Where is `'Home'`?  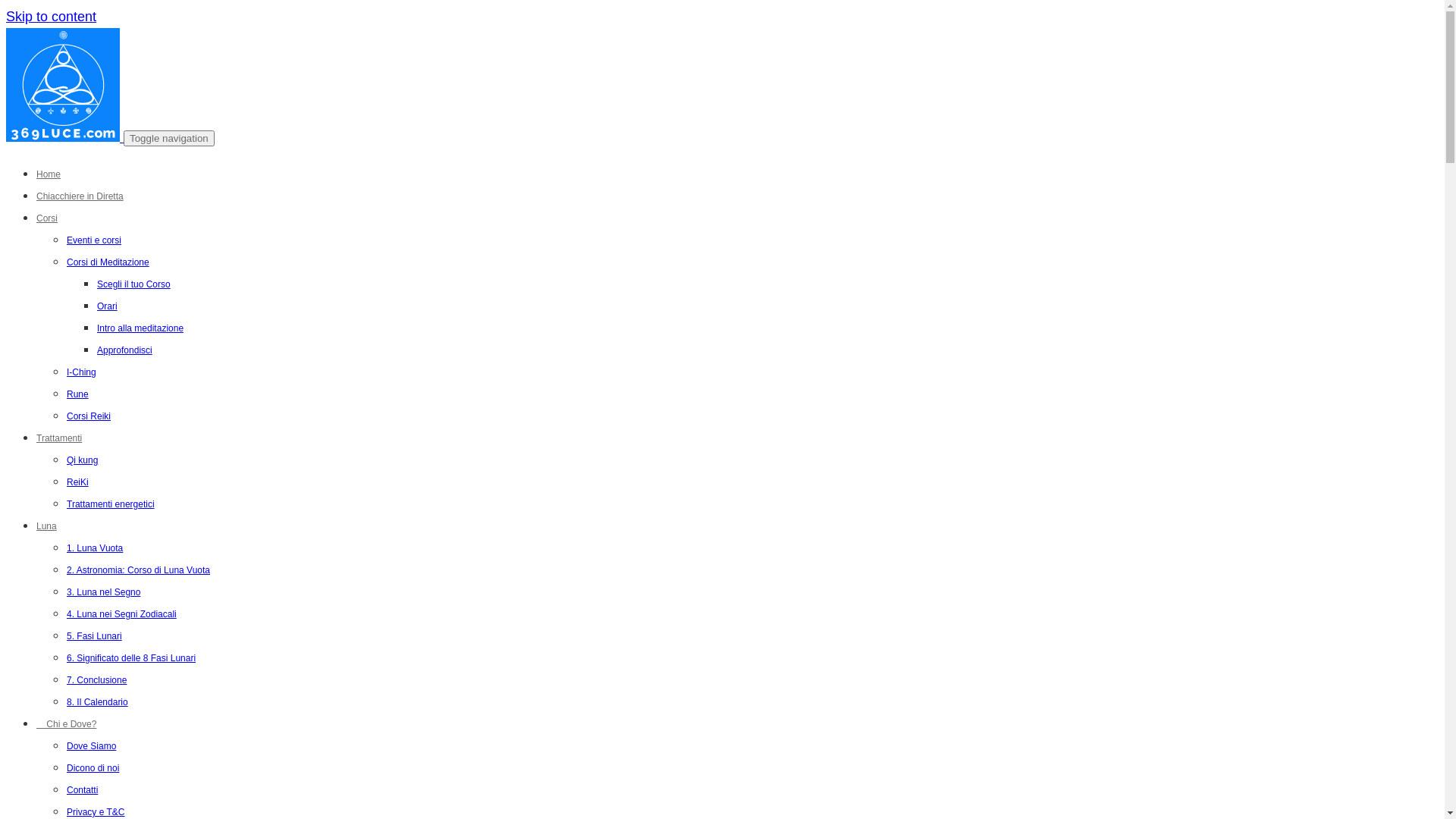 'Home' is located at coordinates (36, 174).